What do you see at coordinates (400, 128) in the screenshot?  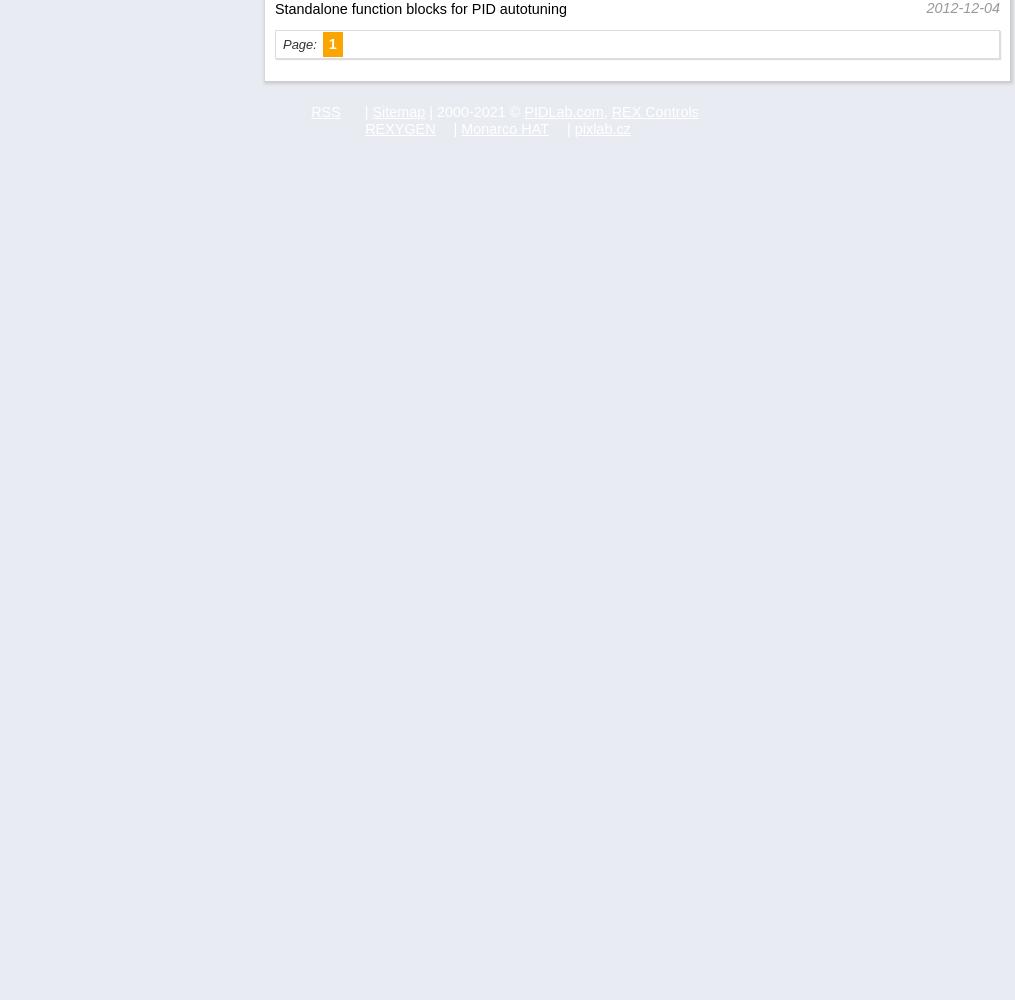 I see `'REXYGEN'` at bounding box center [400, 128].